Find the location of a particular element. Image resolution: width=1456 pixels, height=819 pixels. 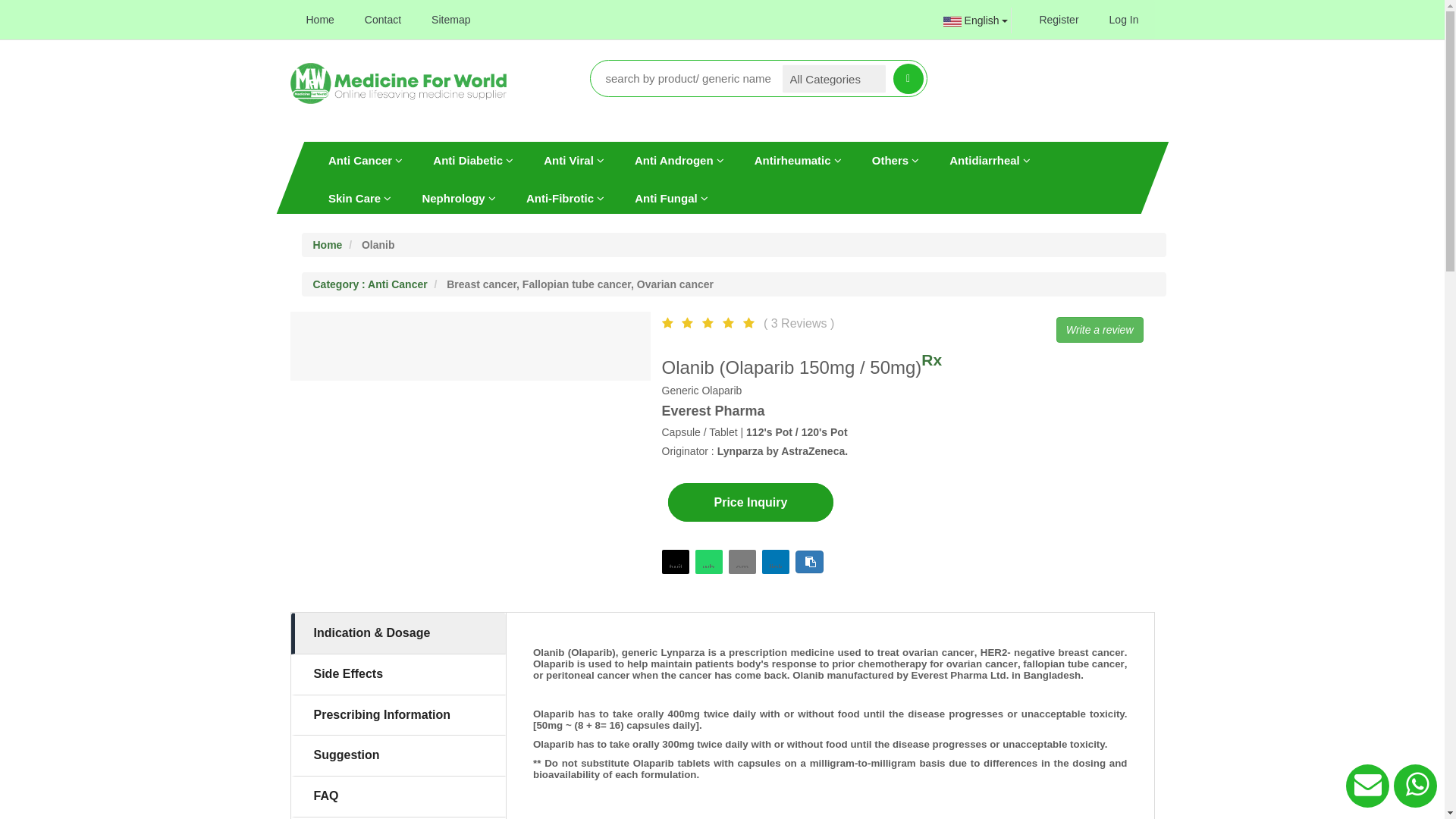

'Log In' is located at coordinates (1124, 20).